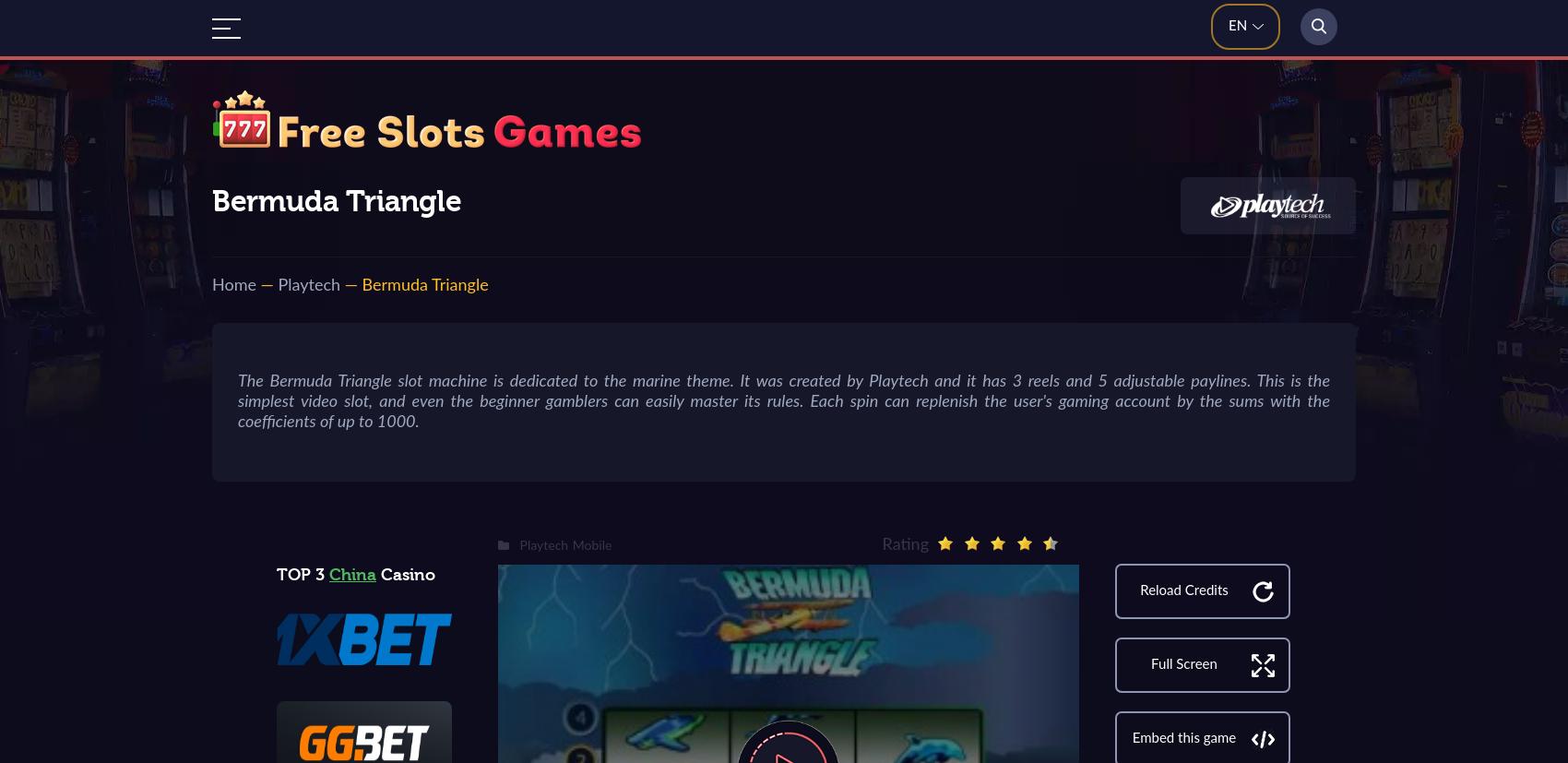  Describe the element at coordinates (1183, 664) in the screenshot. I see `'Full
Screen'` at that location.